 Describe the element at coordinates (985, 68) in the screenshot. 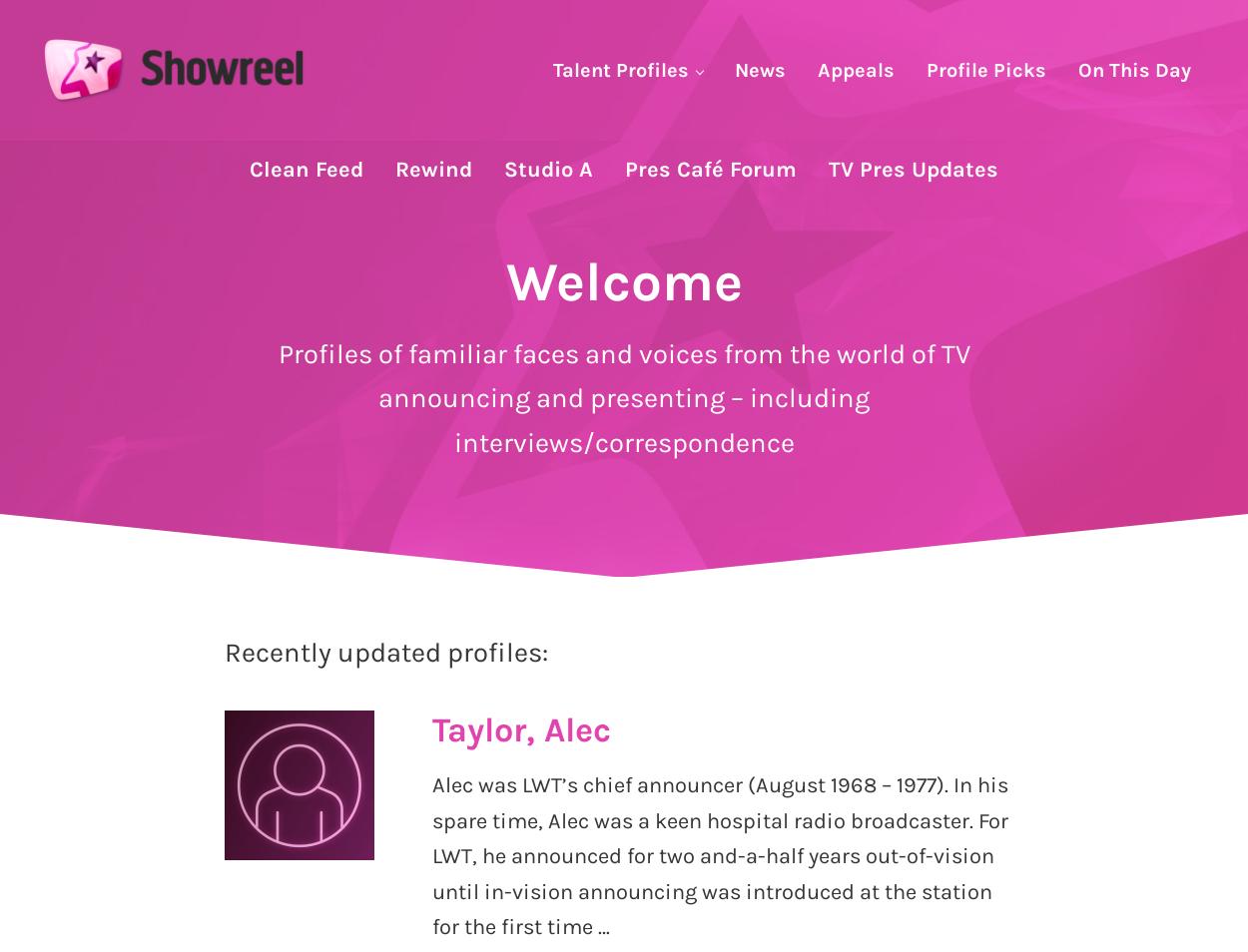

I see `'Profile Picks'` at that location.